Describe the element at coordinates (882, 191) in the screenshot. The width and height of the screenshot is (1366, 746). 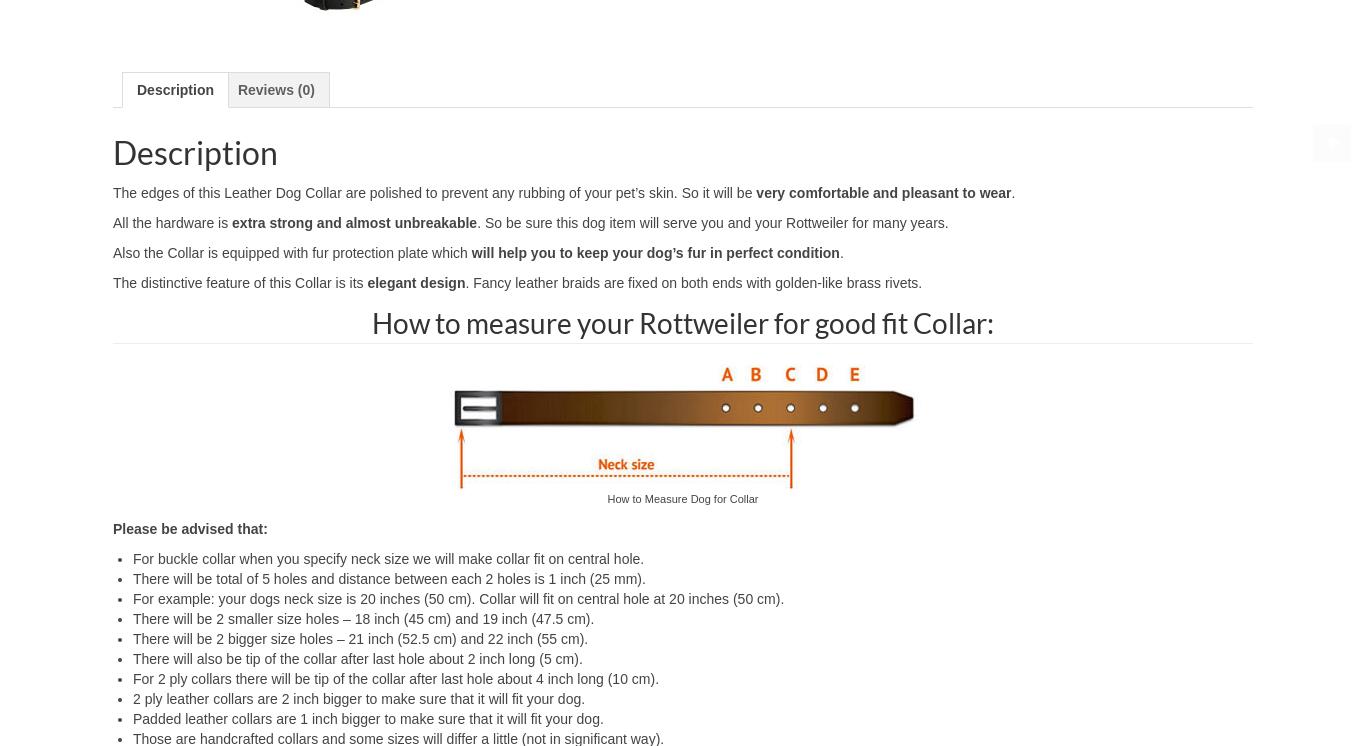
I see `'very comfortable and pleasant to wear'` at that location.